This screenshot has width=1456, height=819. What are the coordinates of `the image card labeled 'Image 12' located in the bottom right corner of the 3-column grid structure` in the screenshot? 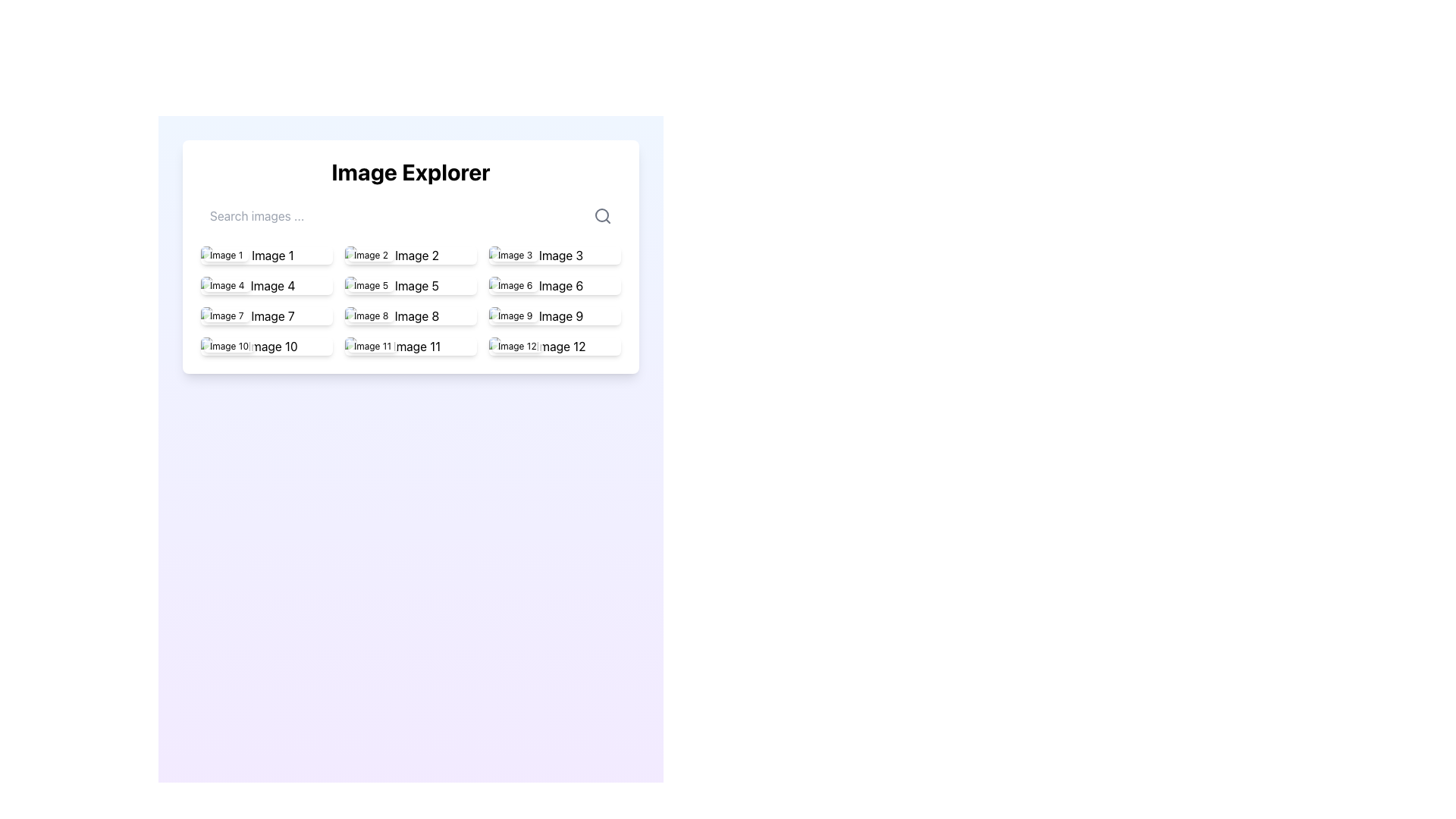 It's located at (554, 346).